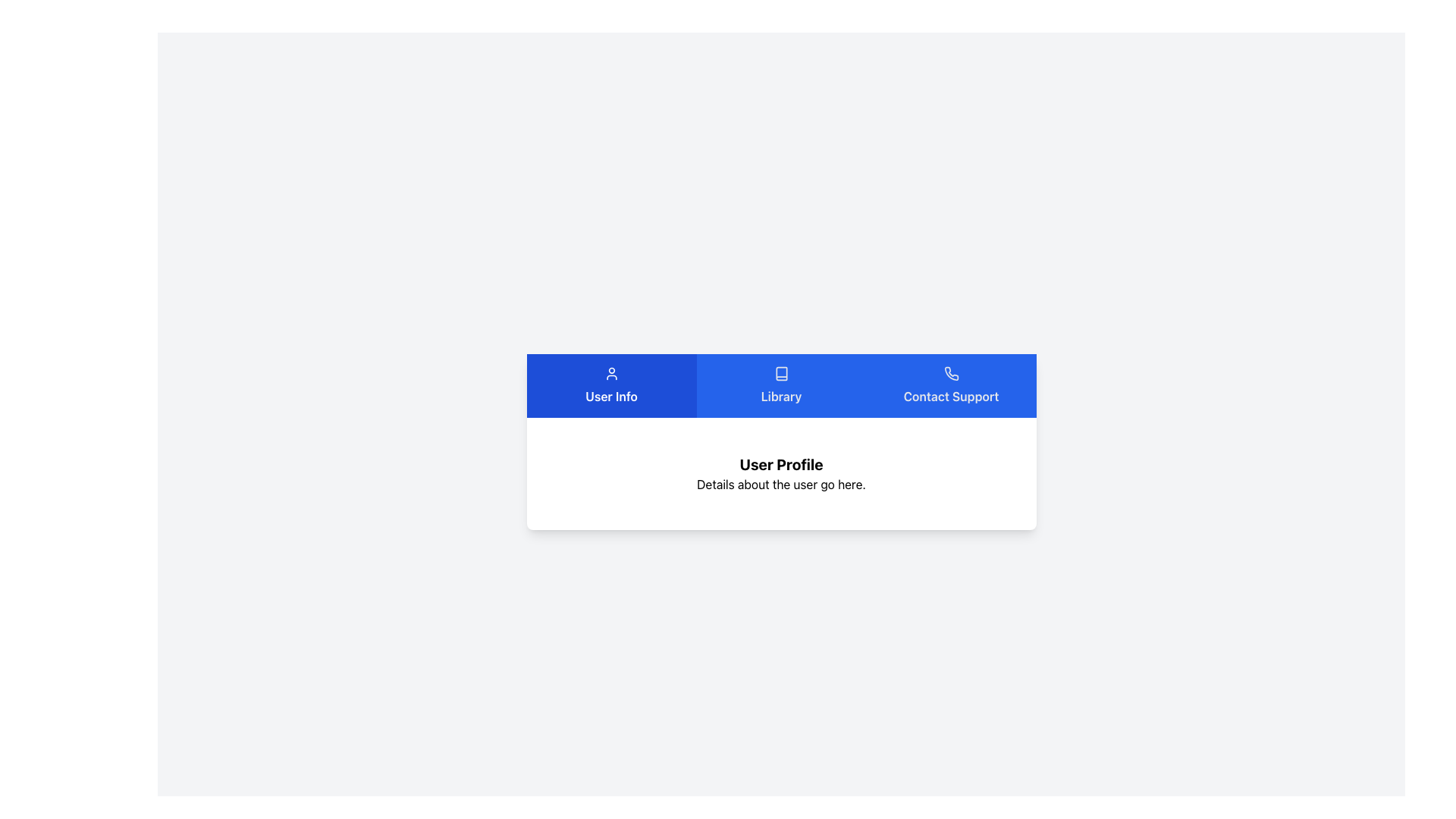 The width and height of the screenshot is (1456, 819). I want to click on the 'User Info' button, which is the leftmost item in the navigation bar, to visually highlight it, so click(611, 385).